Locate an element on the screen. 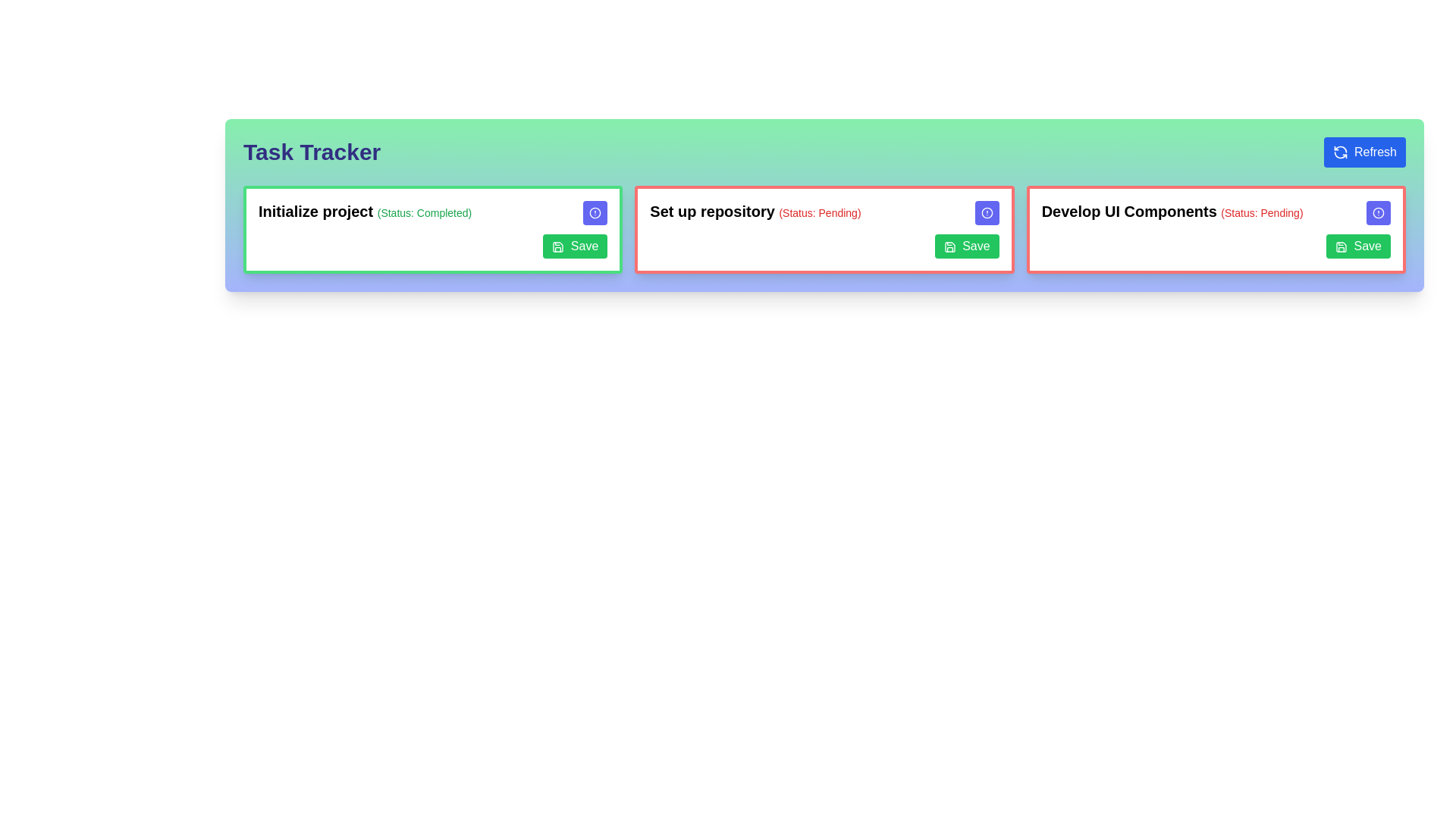 The height and width of the screenshot is (819, 1456). the status indicator icon within the 'Set up repository' task card, which signifies an issue or requirement for attention is located at coordinates (987, 213).